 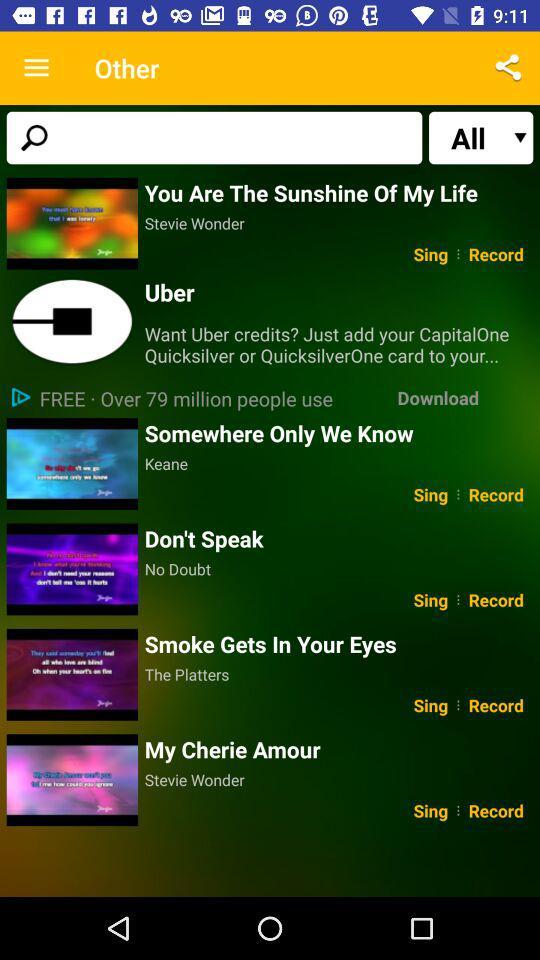 What do you see at coordinates (71, 322) in the screenshot?
I see `see more information` at bounding box center [71, 322].